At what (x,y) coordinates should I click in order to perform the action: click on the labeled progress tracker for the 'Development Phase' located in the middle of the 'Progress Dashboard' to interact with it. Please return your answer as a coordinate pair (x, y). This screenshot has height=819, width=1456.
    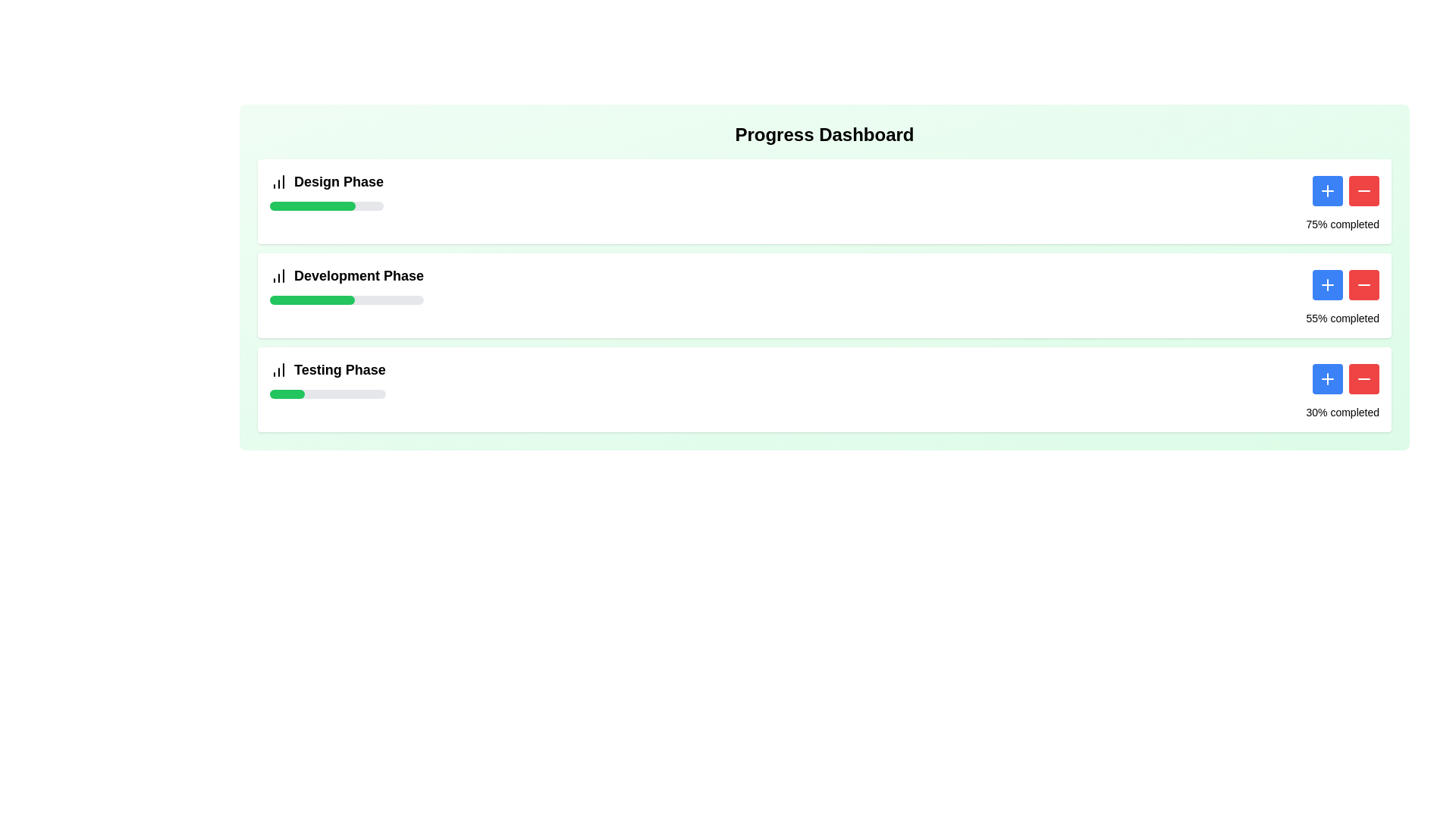
    Looking at the image, I should click on (346, 284).